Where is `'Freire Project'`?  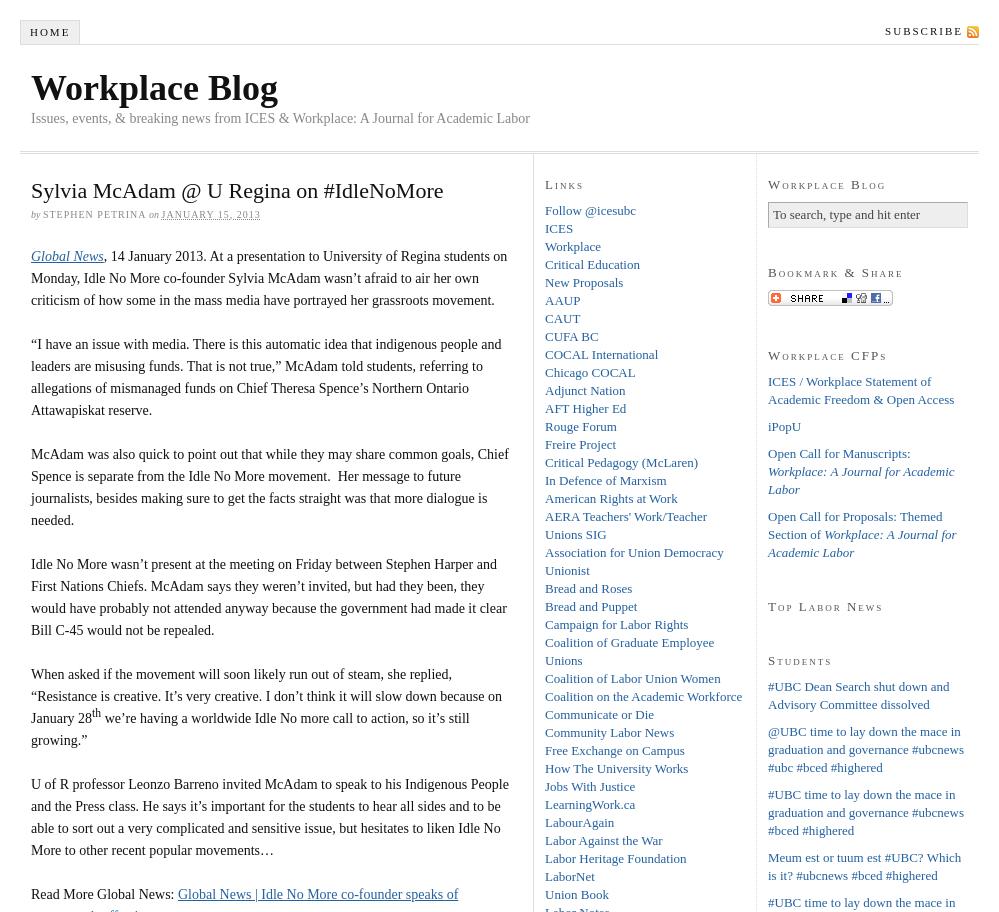
'Freire Project' is located at coordinates (580, 442).